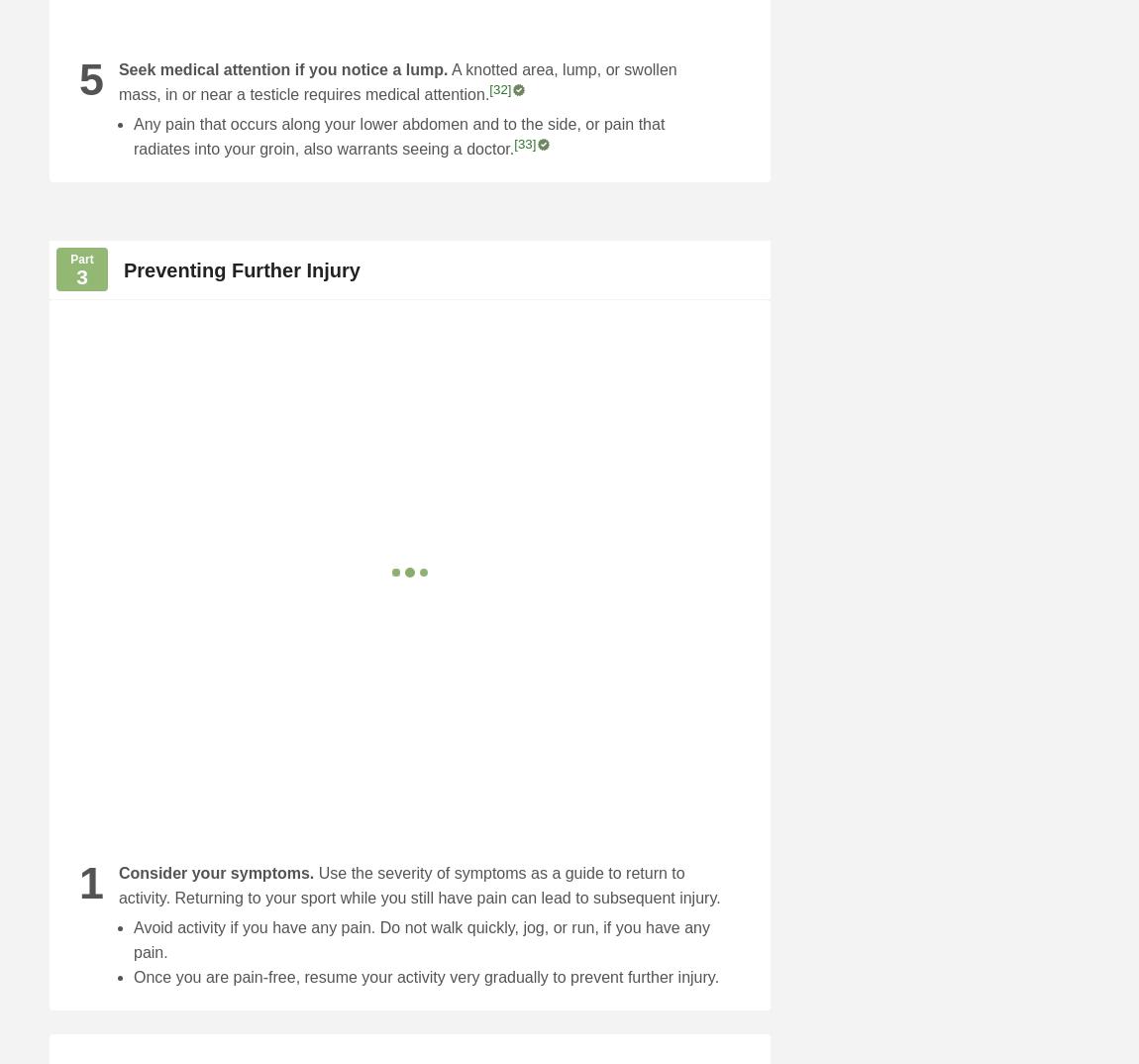 This screenshot has height=1064, width=1139. I want to click on 'Avoid activity if you have any pain. Do not walk quickly, jog, or run, if you have any pain.', so click(421, 939).